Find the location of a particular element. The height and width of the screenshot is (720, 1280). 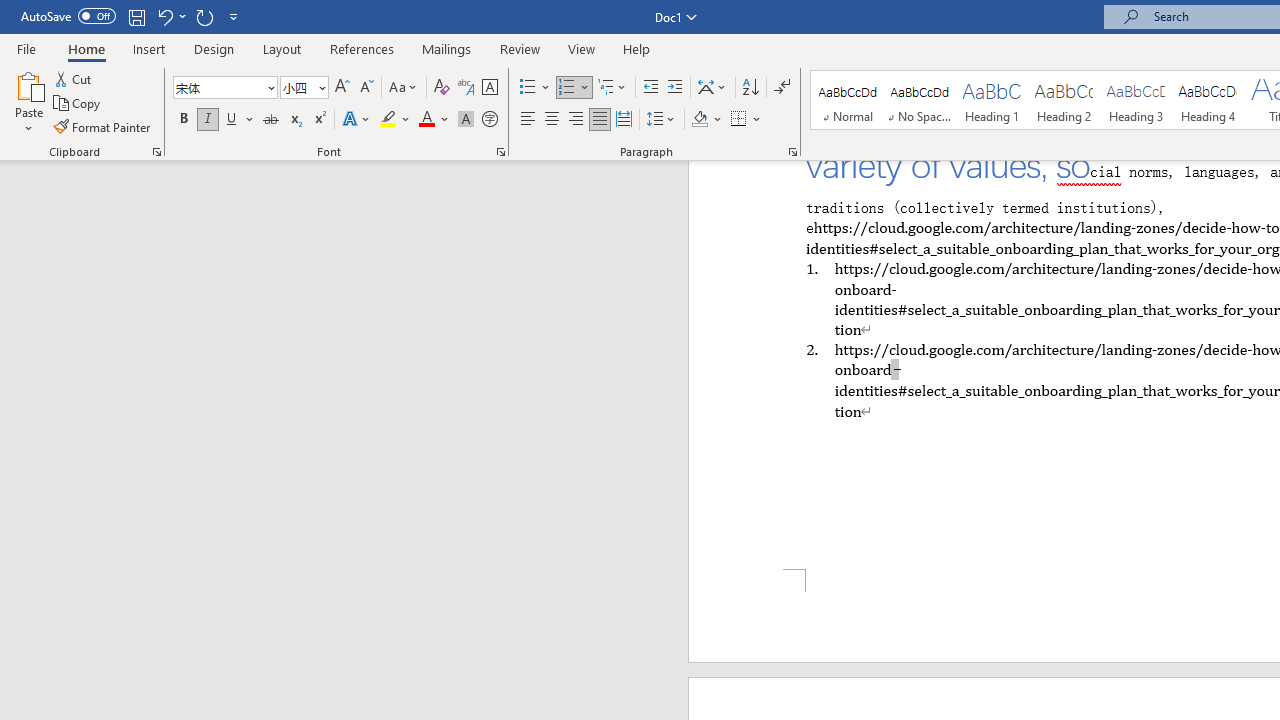

'Heading 3' is located at coordinates (1136, 100).